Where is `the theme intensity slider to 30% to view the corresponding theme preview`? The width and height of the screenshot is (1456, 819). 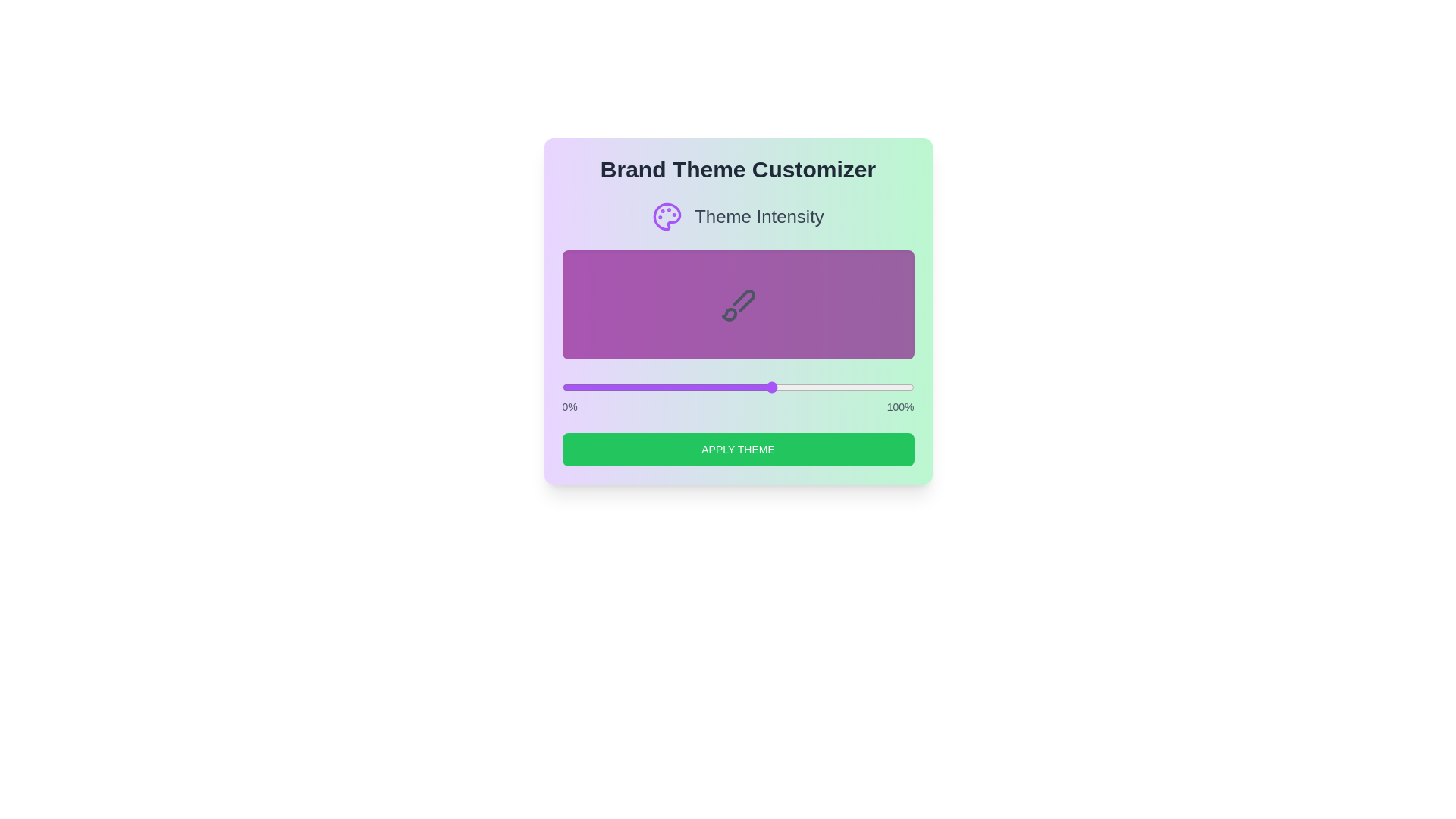 the theme intensity slider to 30% to view the corresponding theme preview is located at coordinates (667, 386).